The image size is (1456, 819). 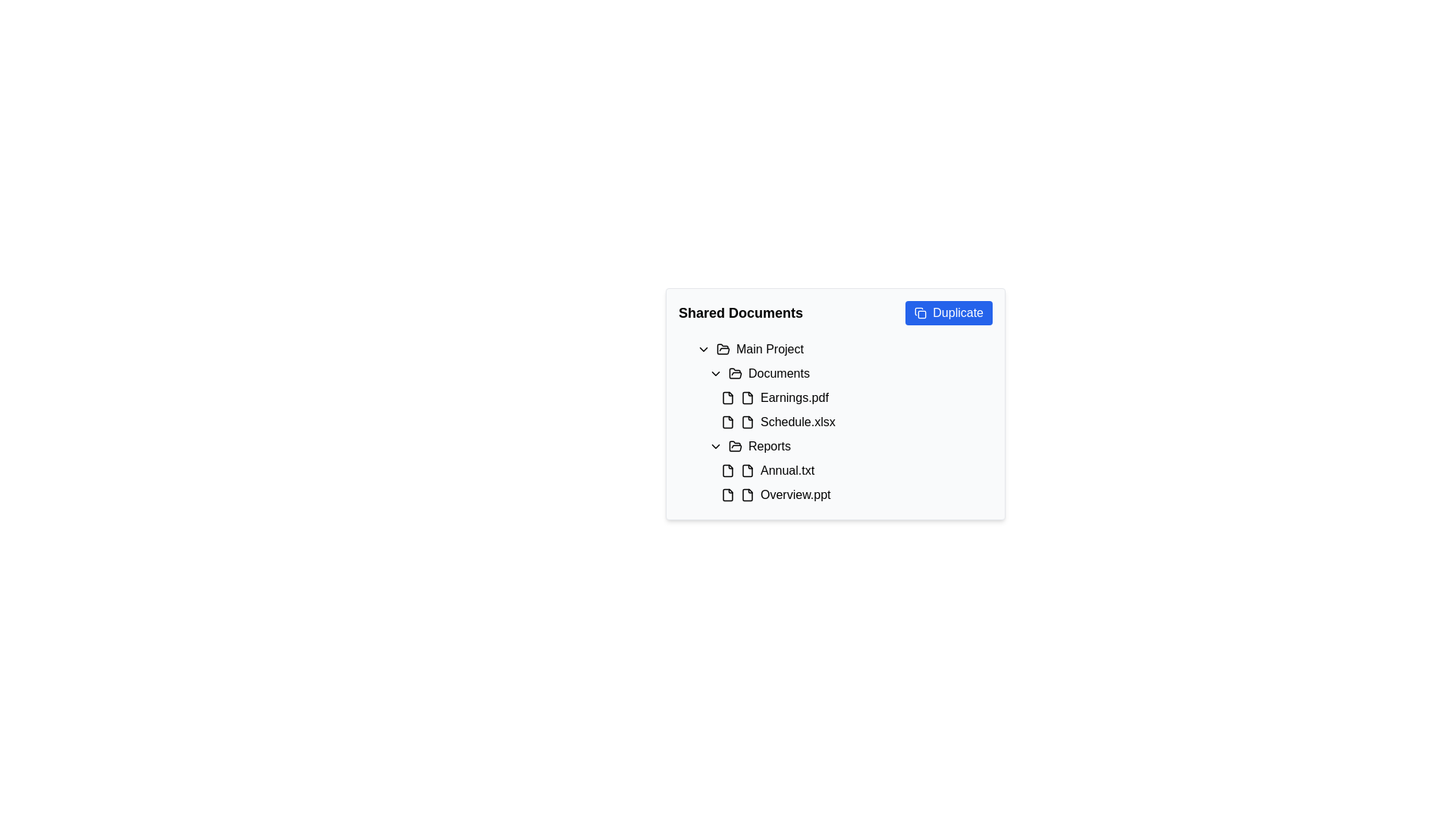 I want to click on the icon that serves as a visual indicator for the document 'Earnings.pdf', which is located immediately to the left of the text 'Earnings.pdf', so click(x=728, y=397).